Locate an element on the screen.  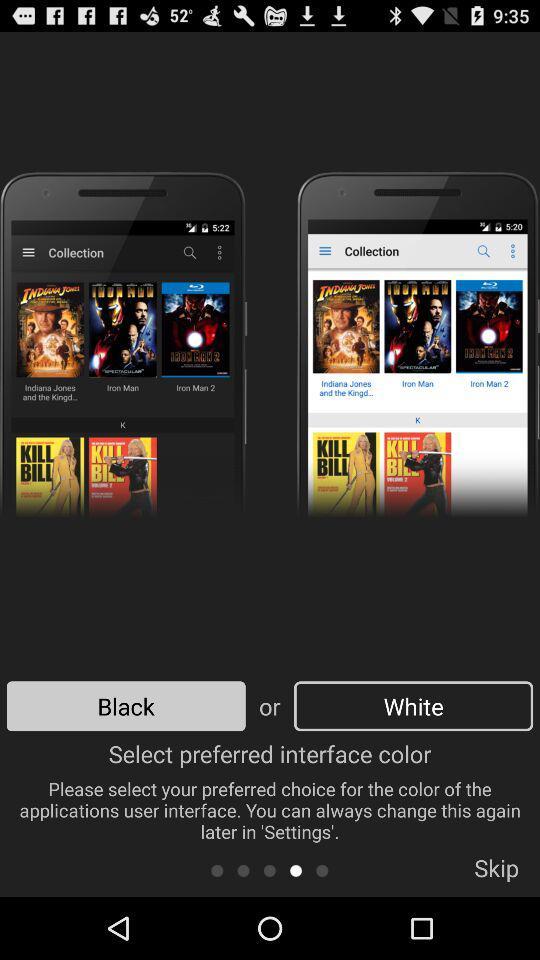
scroll backwards in the list of options is located at coordinates (243, 869).